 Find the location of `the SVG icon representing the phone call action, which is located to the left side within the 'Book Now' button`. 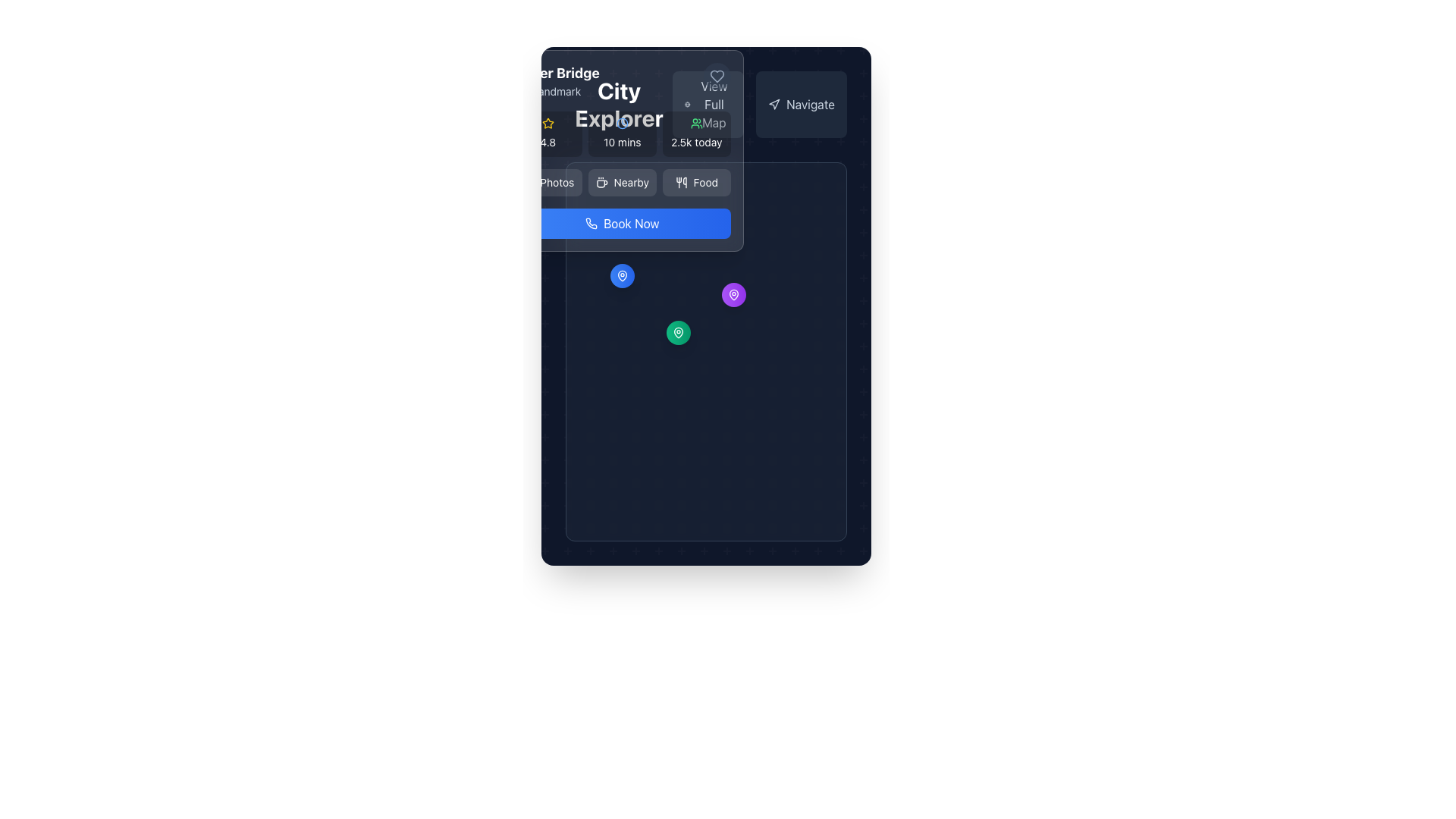

the SVG icon representing the phone call action, which is located to the left side within the 'Book Now' button is located at coordinates (591, 224).